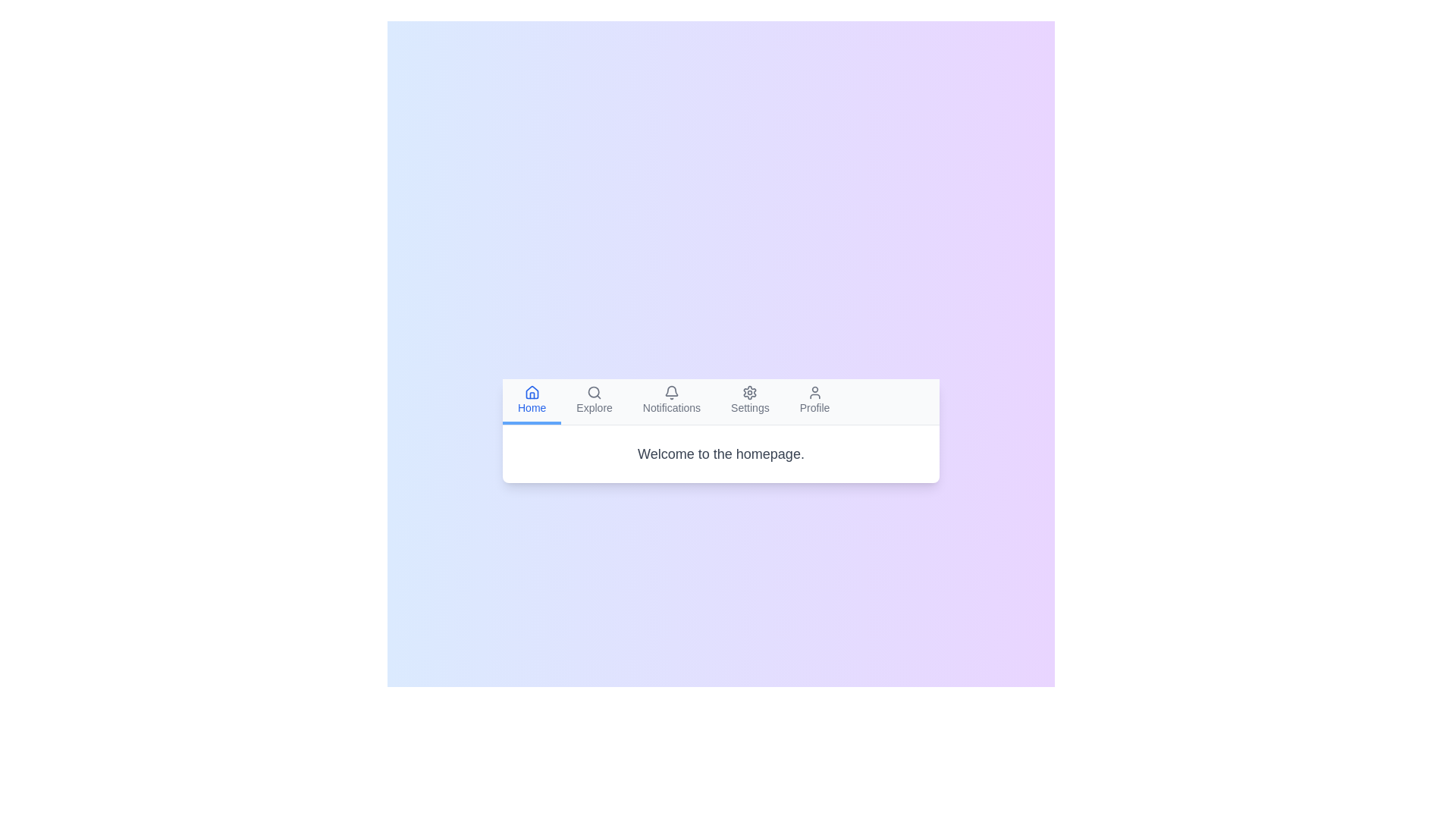  I want to click on the tab labeled Settings to inspect its content, so click(749, 400).